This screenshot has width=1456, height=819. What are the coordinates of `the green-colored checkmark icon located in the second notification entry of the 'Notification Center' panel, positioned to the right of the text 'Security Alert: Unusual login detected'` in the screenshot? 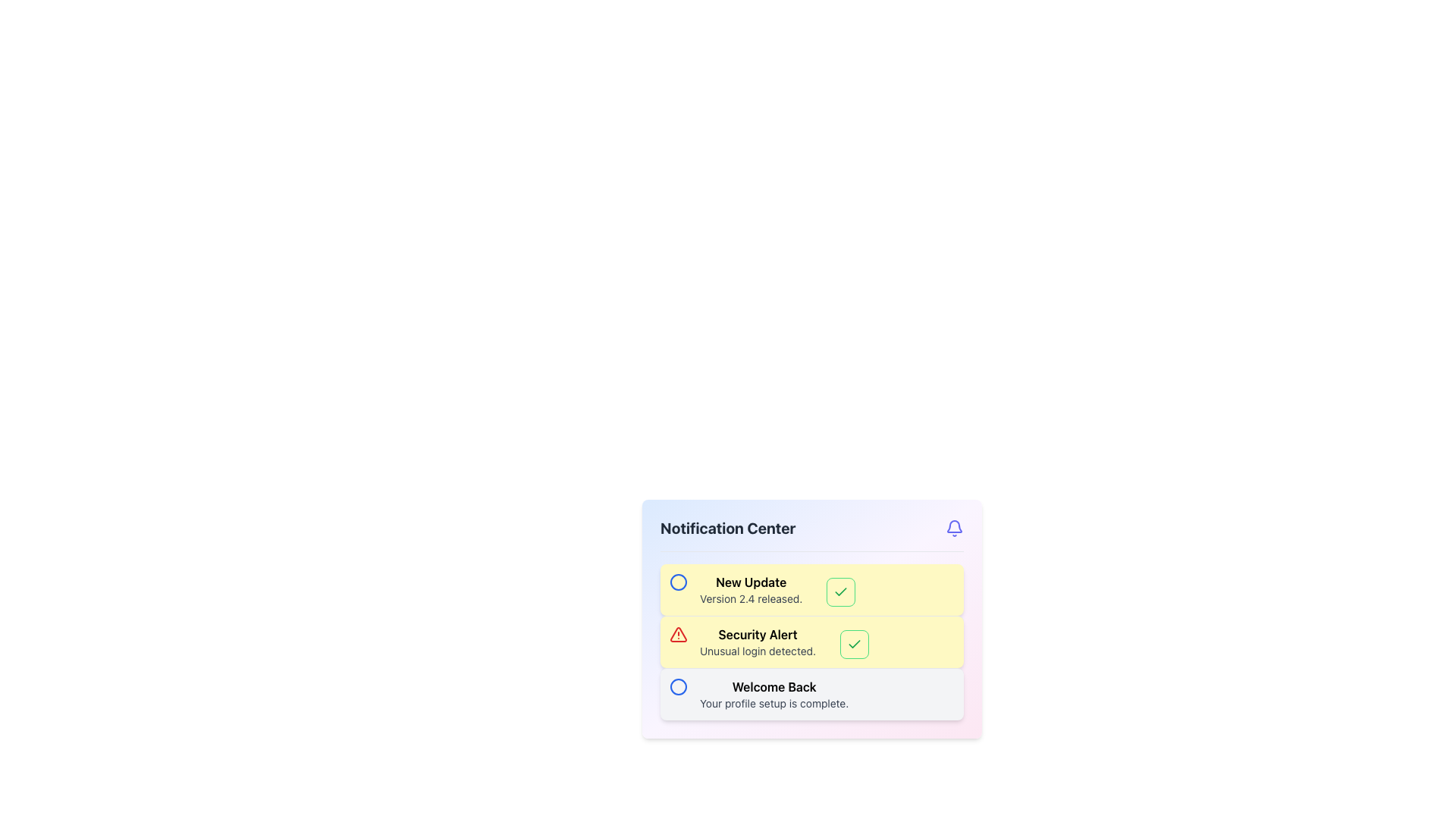 It's located at (840, 591).